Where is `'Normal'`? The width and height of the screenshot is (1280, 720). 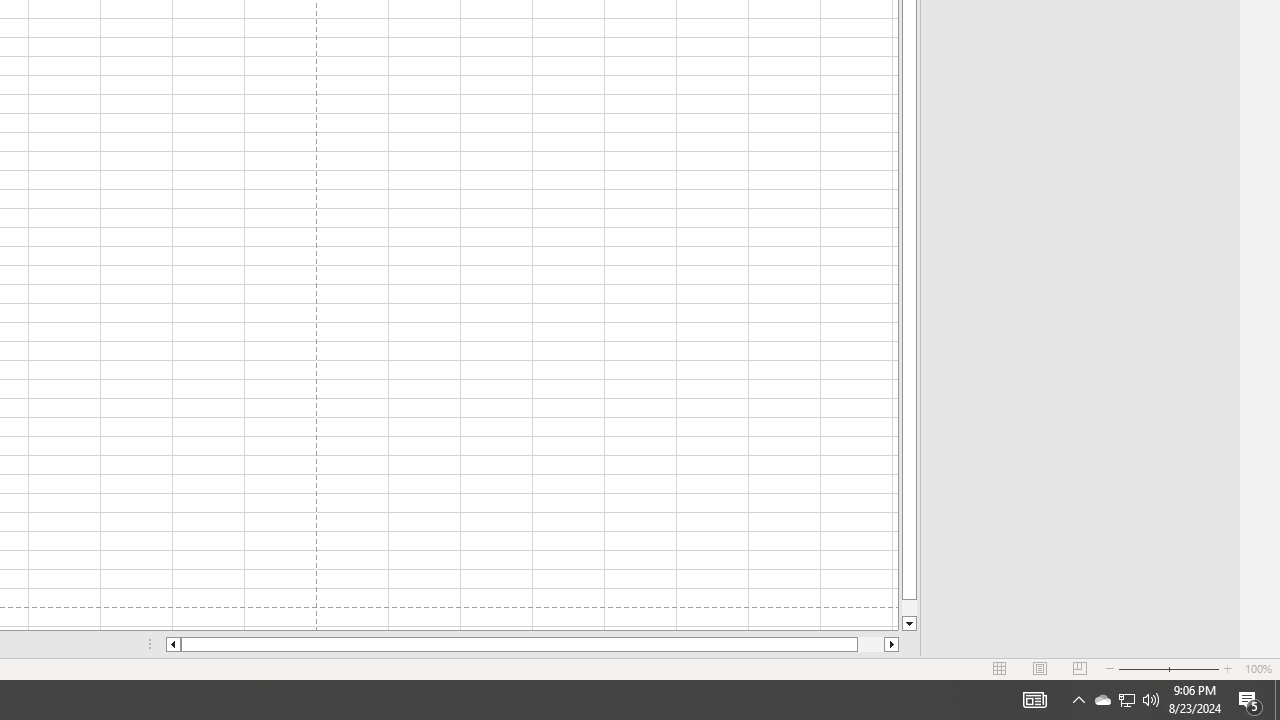
'Normal' is located at coordinates (1000, 669).